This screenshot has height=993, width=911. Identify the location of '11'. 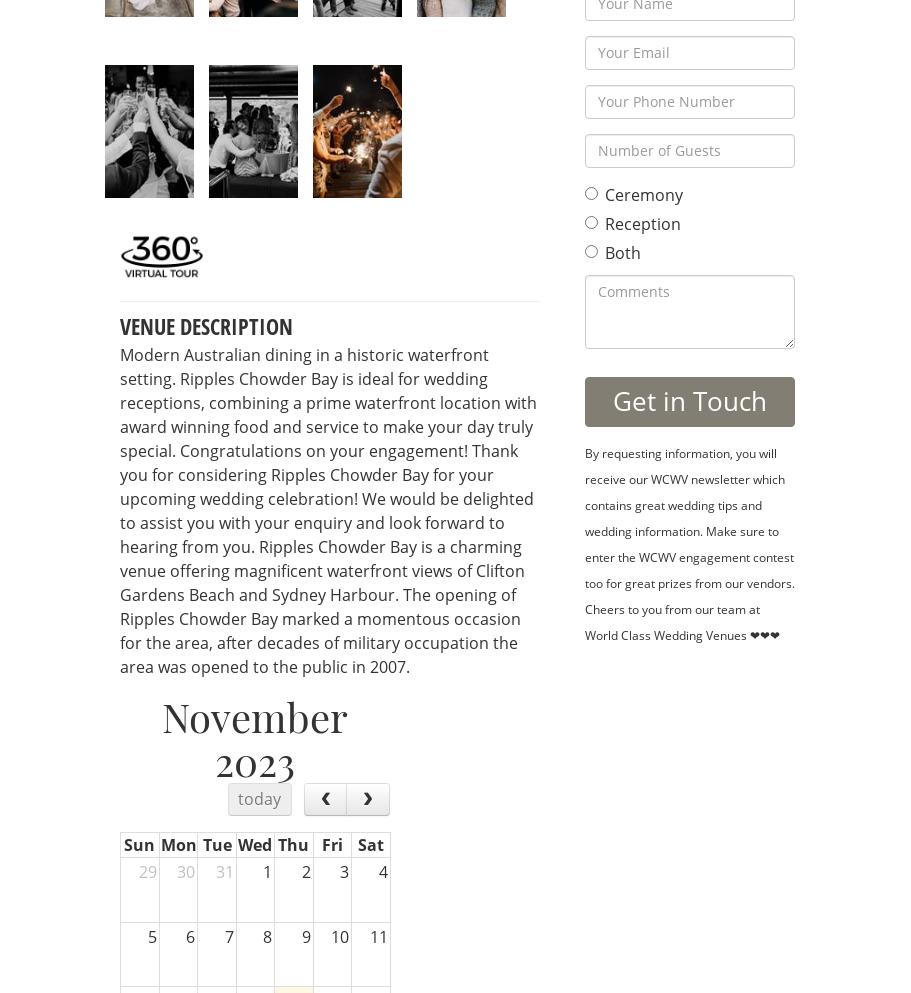
(377, 935).